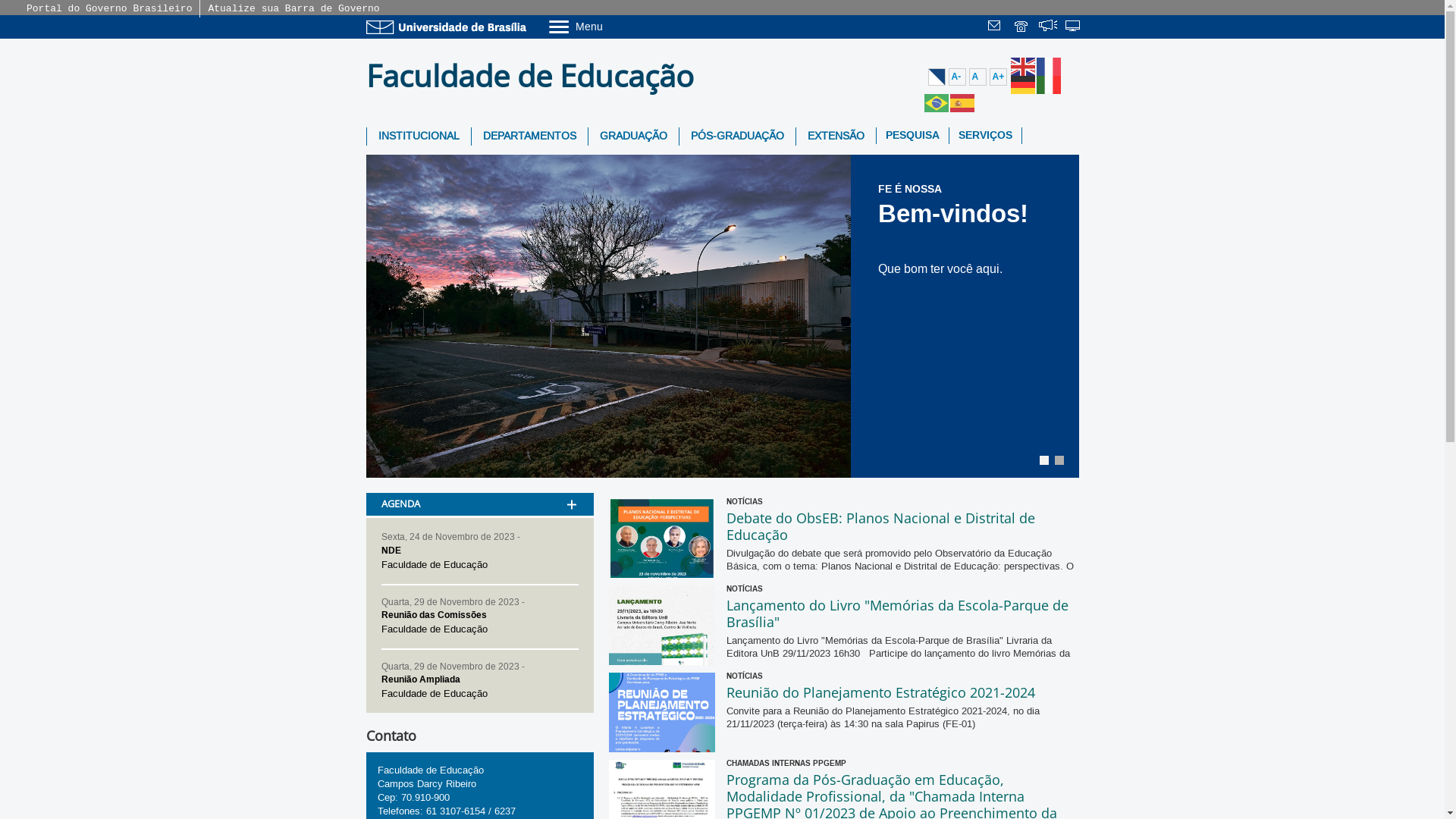 The height and width of the screenshot is (819, 1456). What do you see at coordinates (381, 550) in the screenshot?
I see `'NDE'` at bounding box center [381, 550].